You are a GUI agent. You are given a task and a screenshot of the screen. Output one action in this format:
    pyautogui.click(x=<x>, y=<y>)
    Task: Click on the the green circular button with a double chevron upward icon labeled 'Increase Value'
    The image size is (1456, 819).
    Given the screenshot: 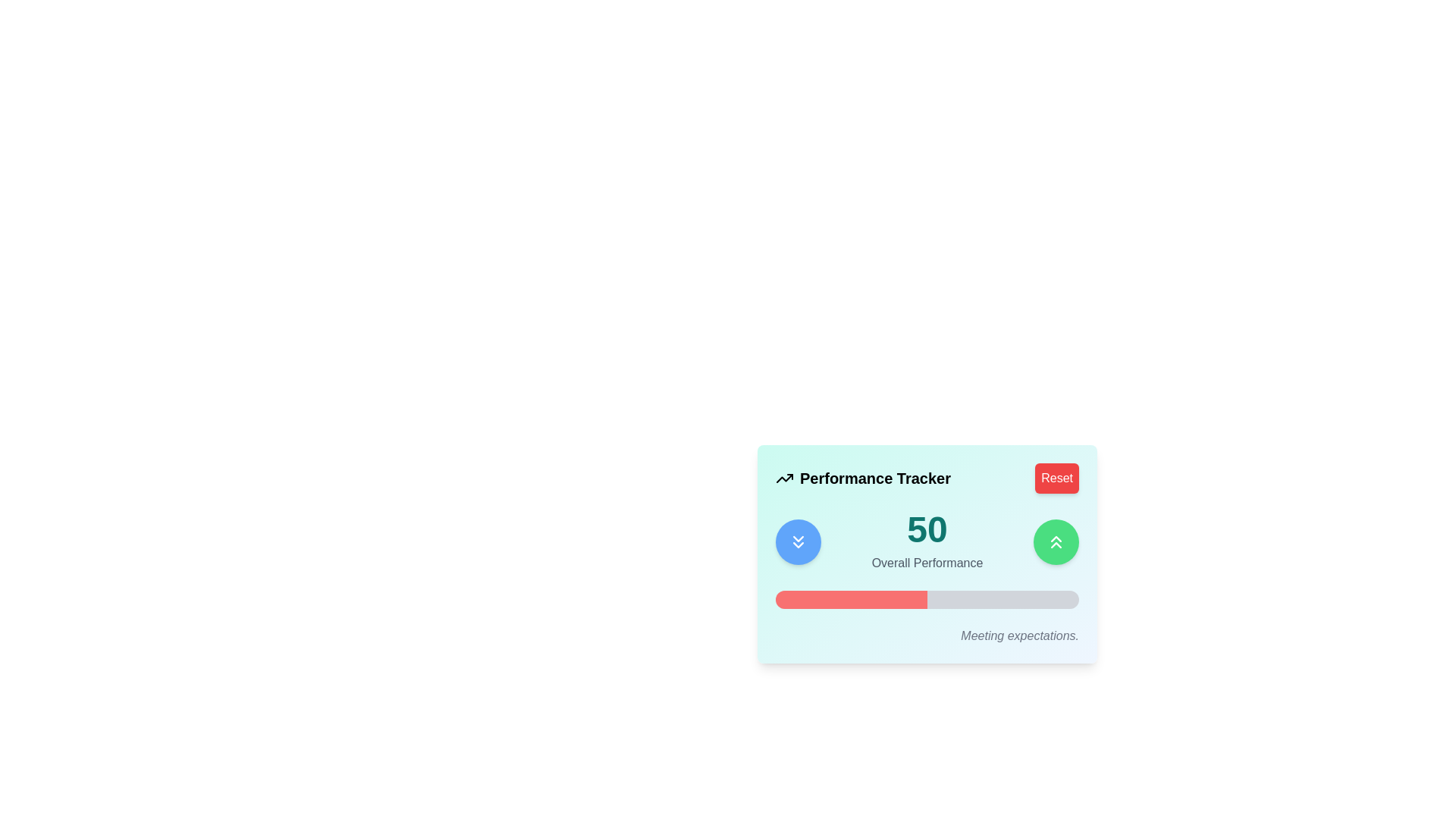 What is the action you would take?
    pyautogui.click(x=1055, y=541)
    